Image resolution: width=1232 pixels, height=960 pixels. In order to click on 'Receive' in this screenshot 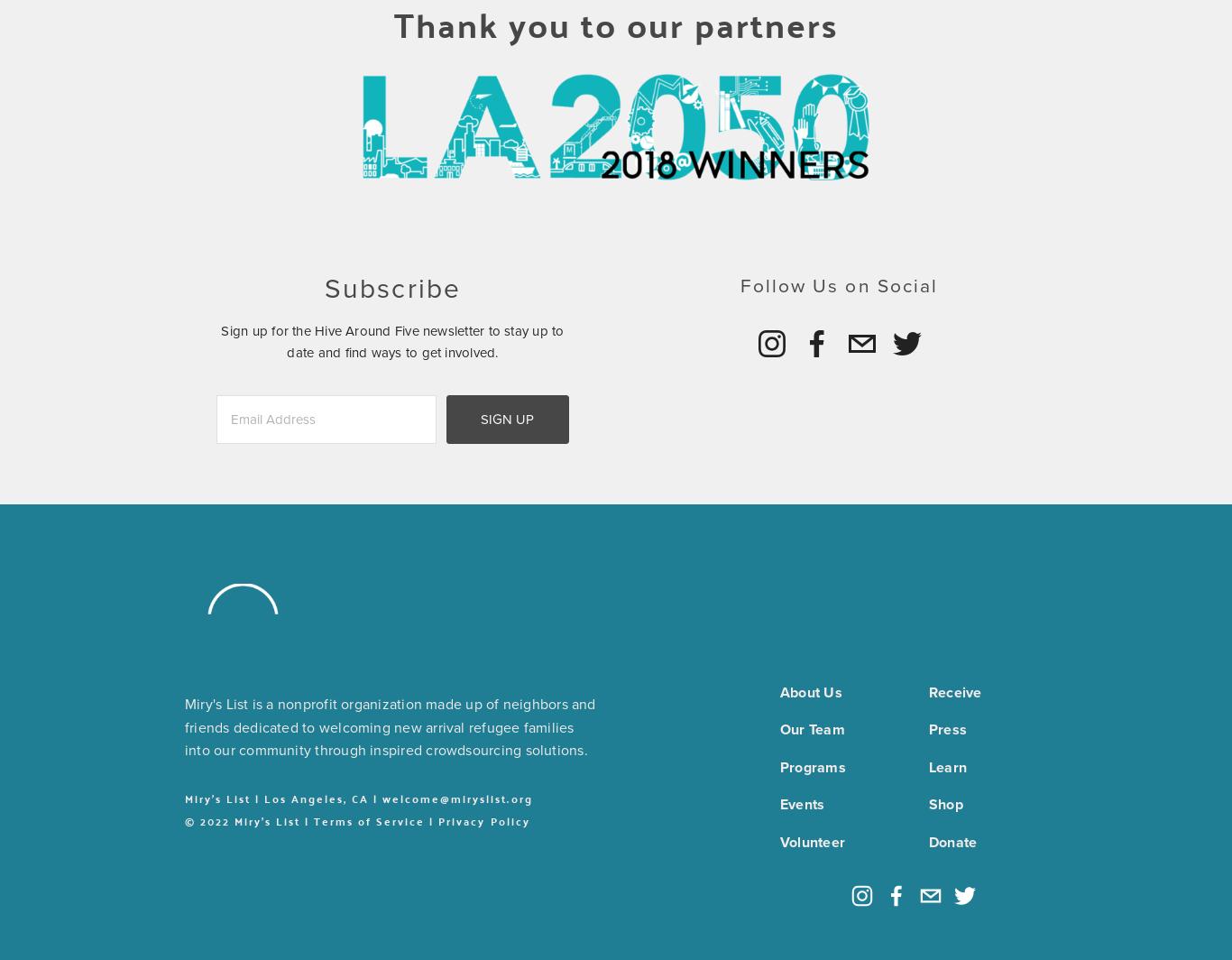, I will do `click(927, 691)`.